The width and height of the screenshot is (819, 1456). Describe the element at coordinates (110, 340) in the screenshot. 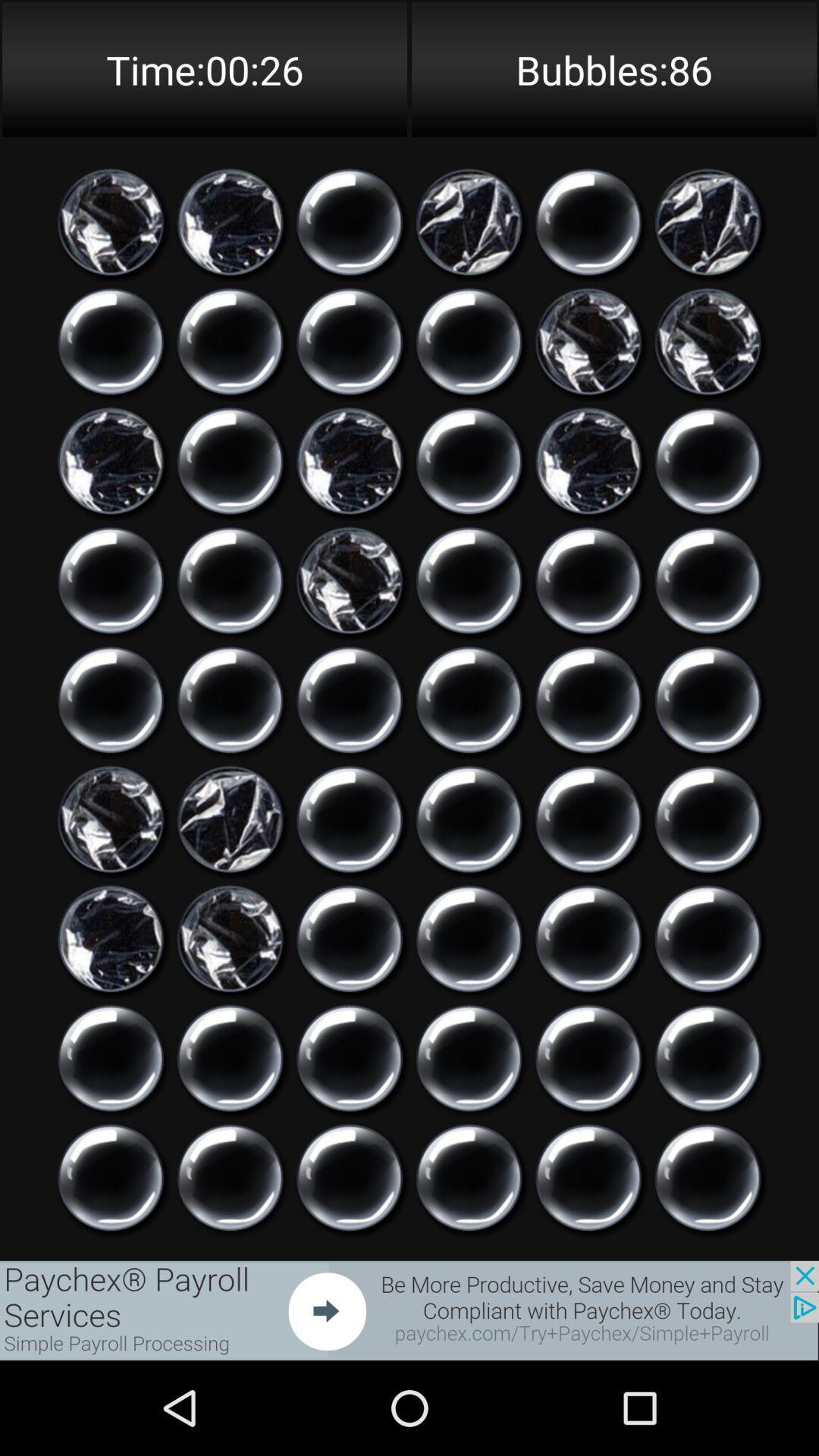

I see `option` at that location.